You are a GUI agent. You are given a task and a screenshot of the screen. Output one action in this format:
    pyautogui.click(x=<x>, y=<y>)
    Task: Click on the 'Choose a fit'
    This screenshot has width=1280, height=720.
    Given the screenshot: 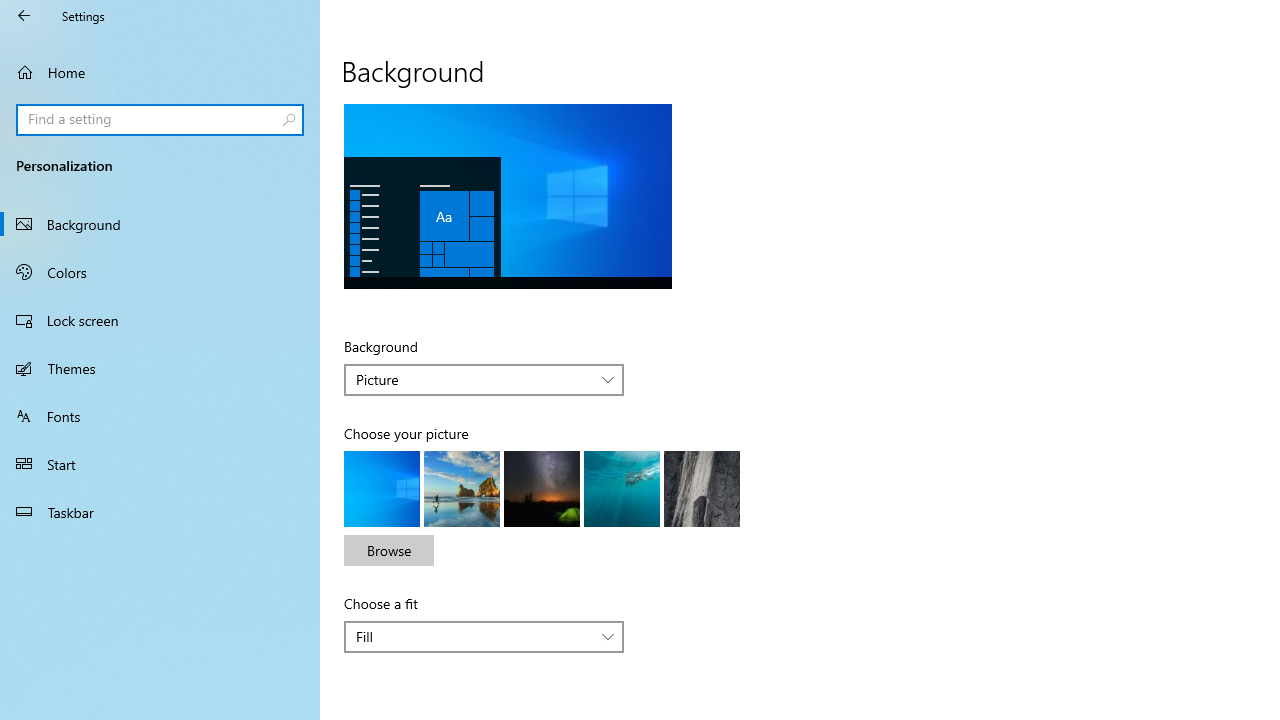 What is the action you would take?
    pyautogui.click(x=484, y=636)
    